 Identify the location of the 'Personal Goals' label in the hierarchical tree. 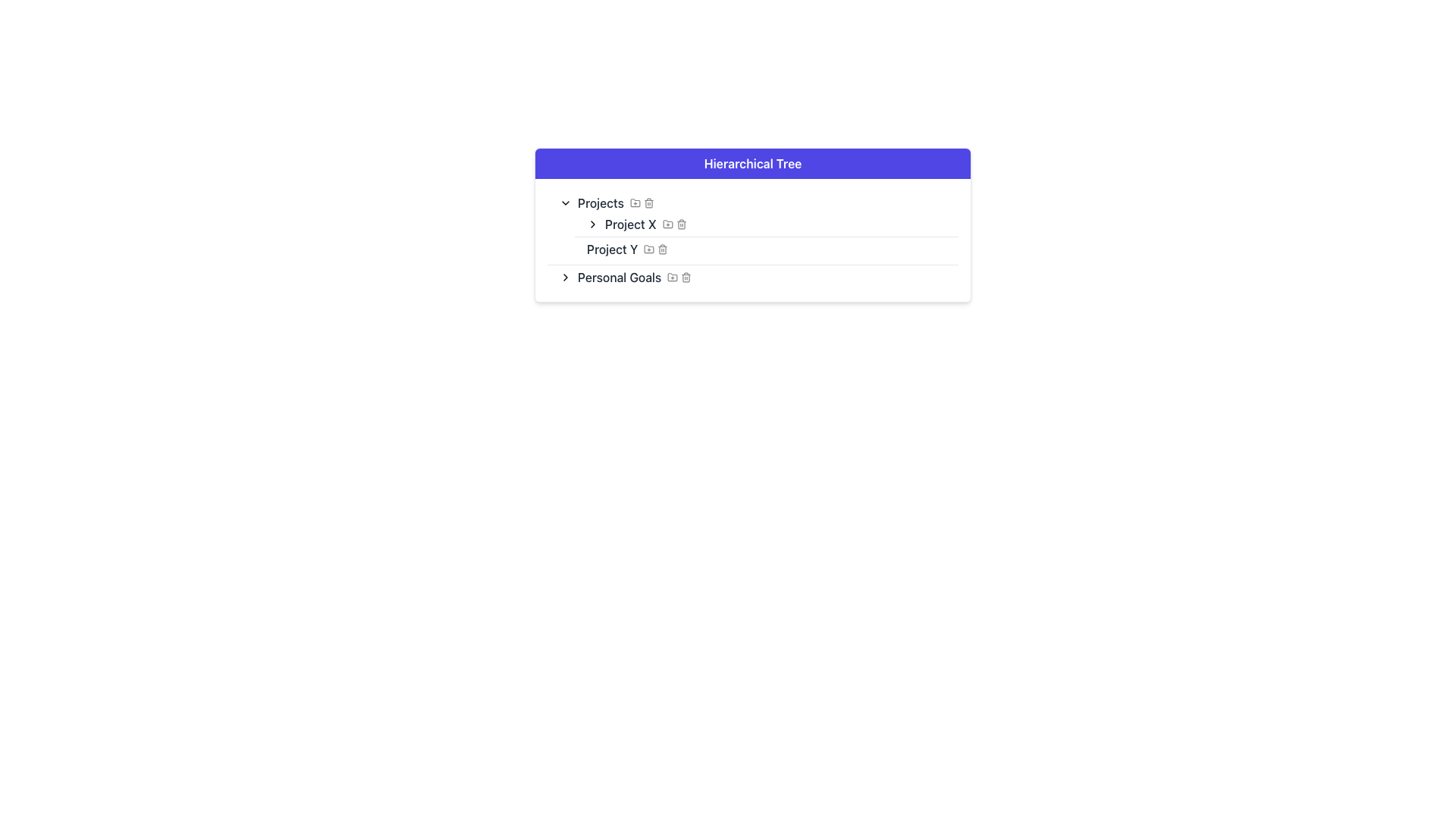
(619, 278).